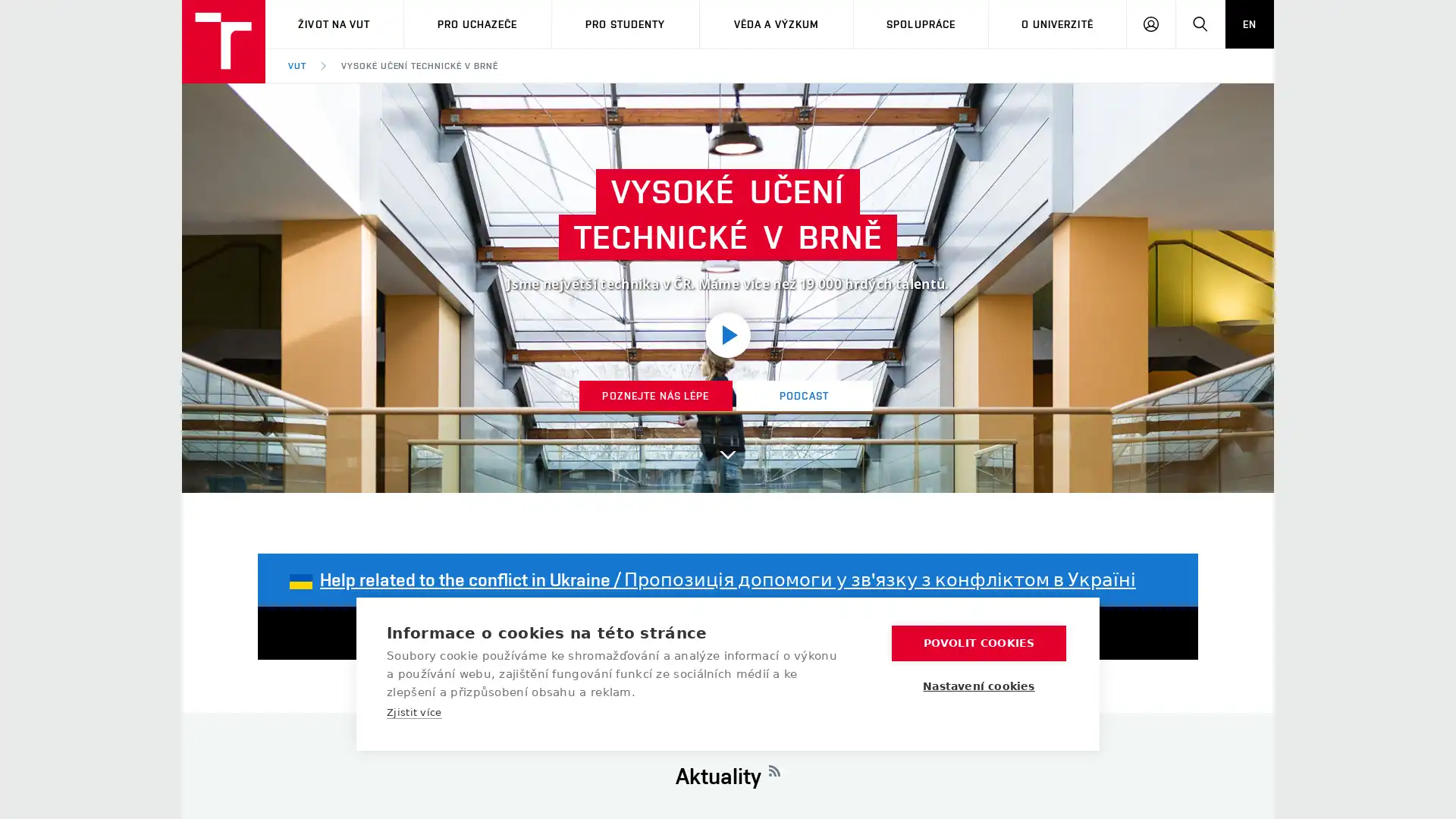  I want to click on Nastaveni cookies, so click(979, 686).